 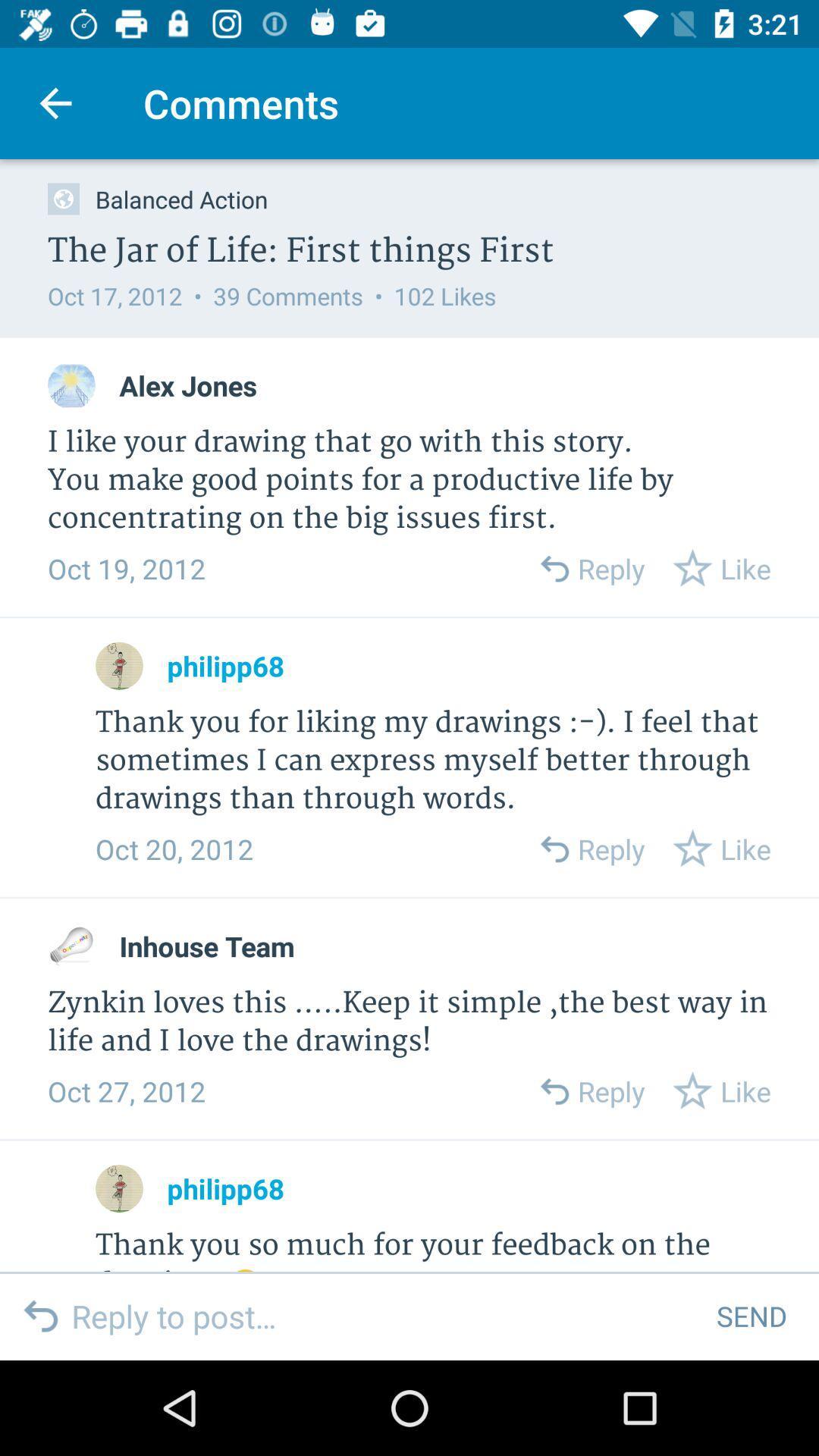 I want to click on avatar, so click(x=71, y=385).